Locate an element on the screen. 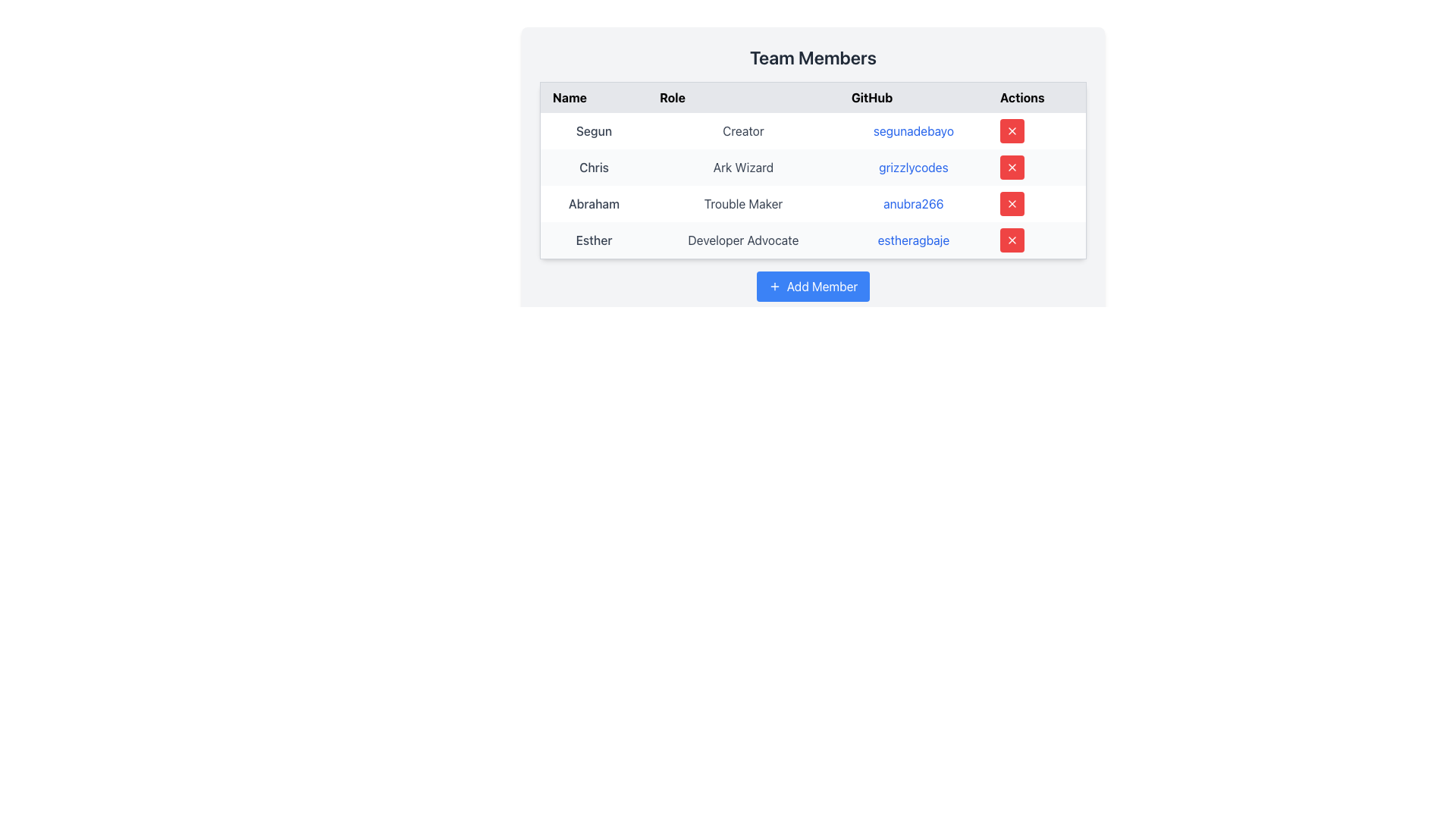 This screenshot has height=819, width=1456. the hyperlink in the 'GitHub' column for the member 'Chris' is located at coordinates (812, 158).